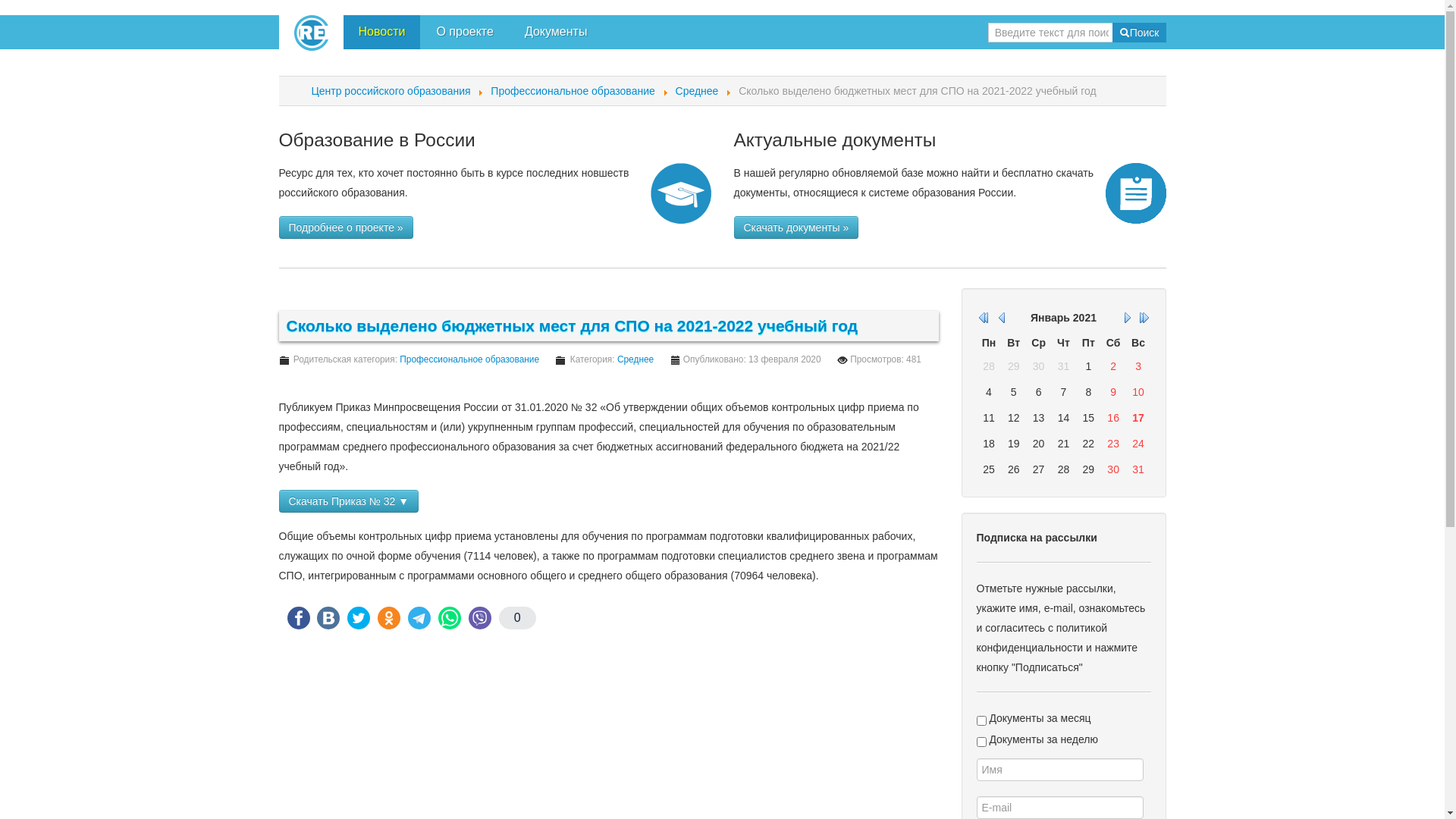 Image resolution: width=1456 pixels, height=819 pixels. I want to click on '0', so click(517, 617).